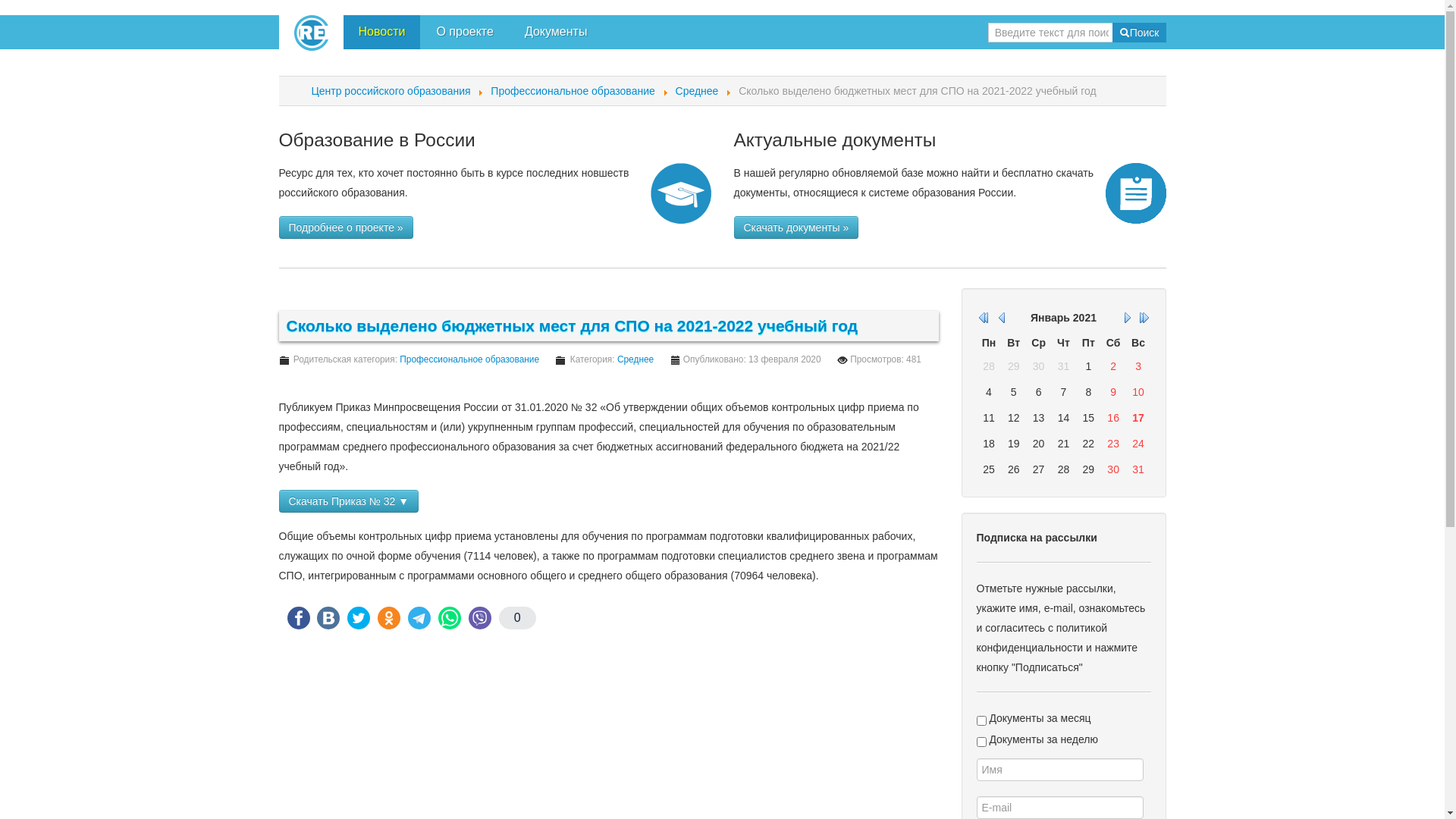 Image resolution: width=1456 pixels, height=819 pixels. I want to click on '0', so click(517, 617).